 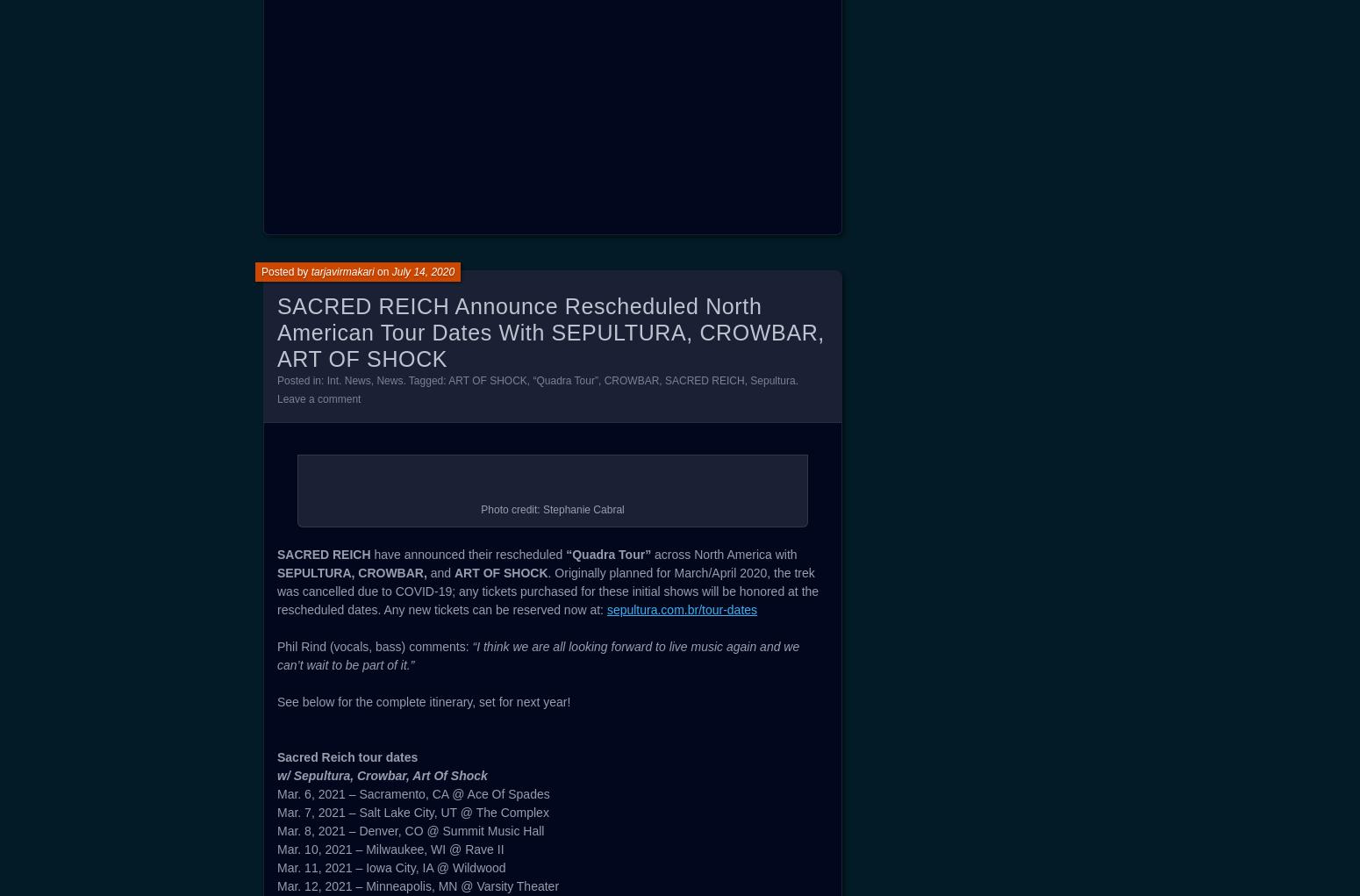 What do you see at coordinates (345, 6) in the screenshot?
I see `'3. Impending Dominance'` at bounding box center [345, 6].